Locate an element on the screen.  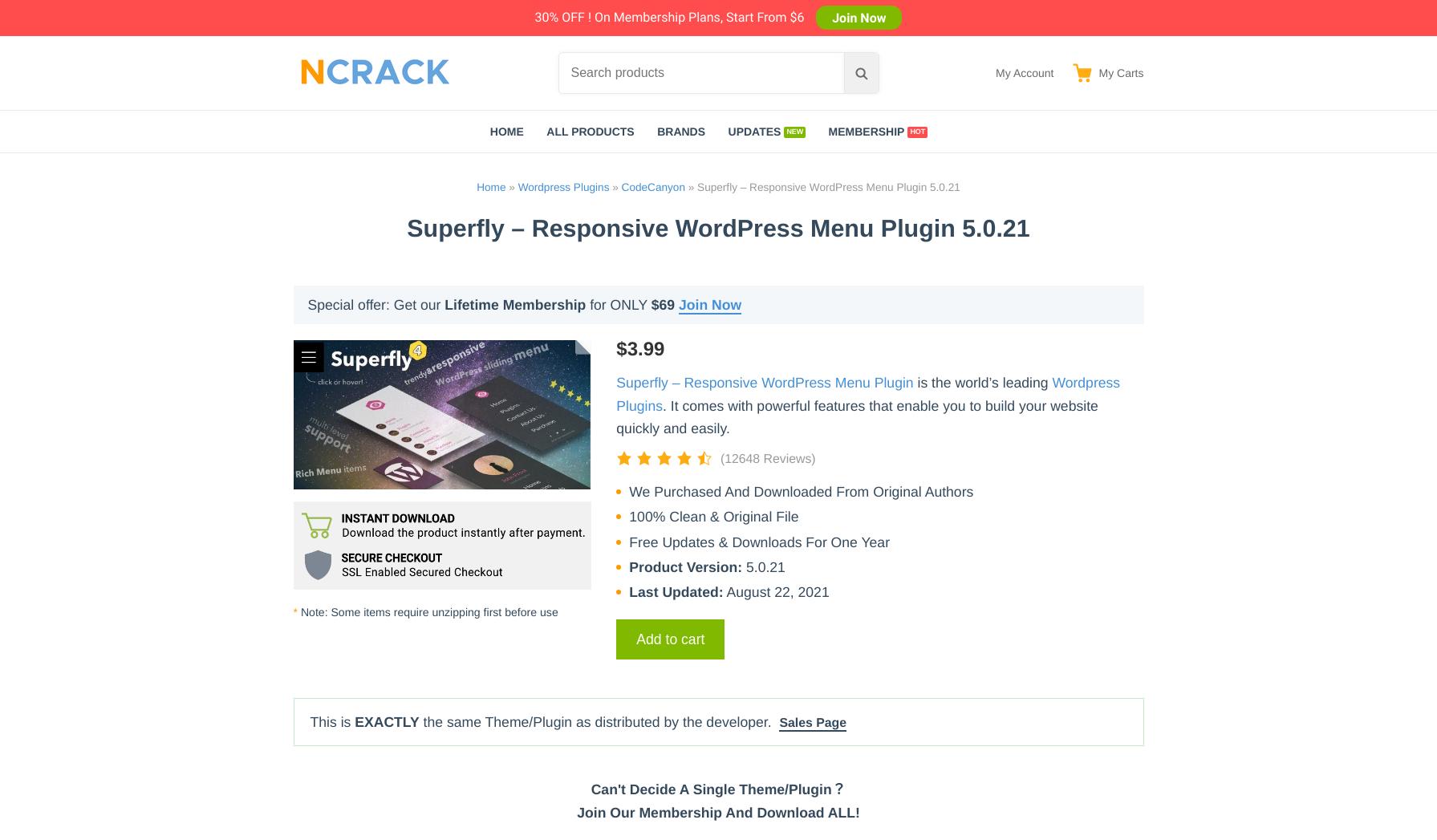
'$69' is located at coordinates (663, 304).